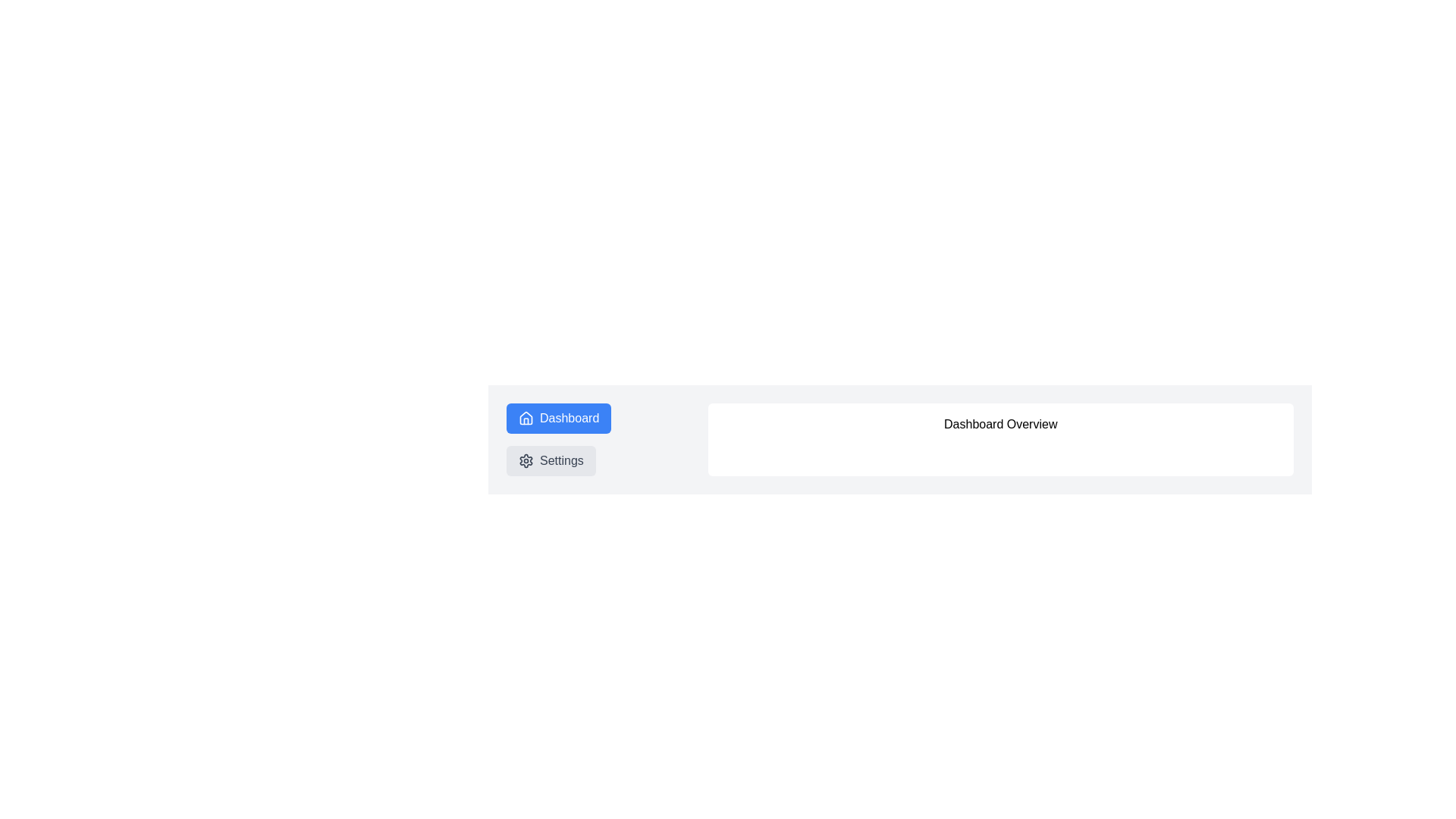 Image resolution: width=1456 pixels, height=819 pixels. Describe the element at coordinates (569, 418) in the screenshot. I see `text label displaying 'Dashboard' in white font, which is prominently styled within a blue rounded rectangle, located in the upper-left section of the interface next to a house-shaped icon` at that location.